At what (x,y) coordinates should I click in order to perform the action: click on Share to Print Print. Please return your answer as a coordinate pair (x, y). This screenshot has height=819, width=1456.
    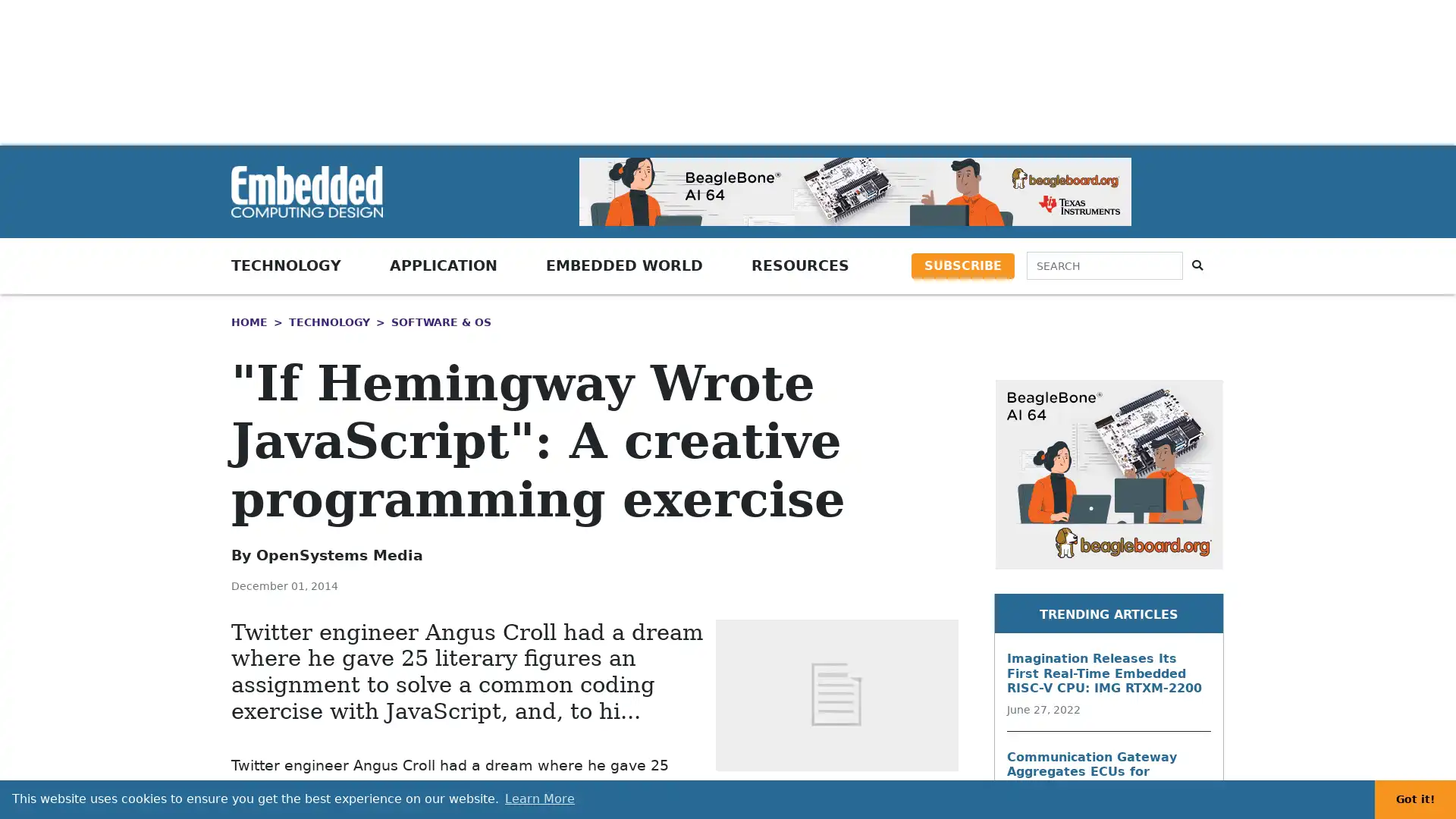
    Looking at the image, I should click on (663, 564).